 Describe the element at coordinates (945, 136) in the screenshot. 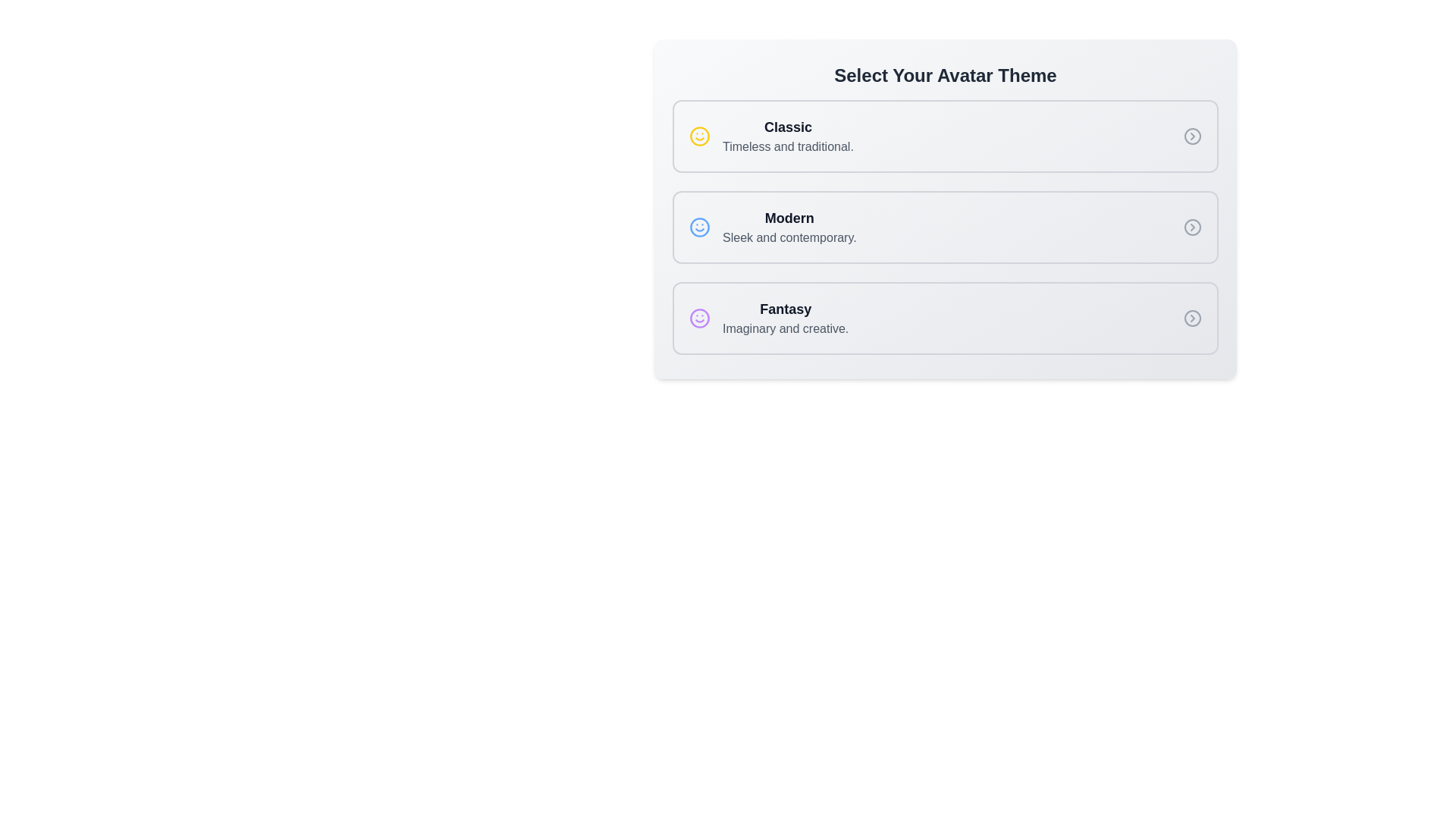

I see `the first interactive card titled 'Classic' in the 'Select Your Avatar Theme' section` at that location.